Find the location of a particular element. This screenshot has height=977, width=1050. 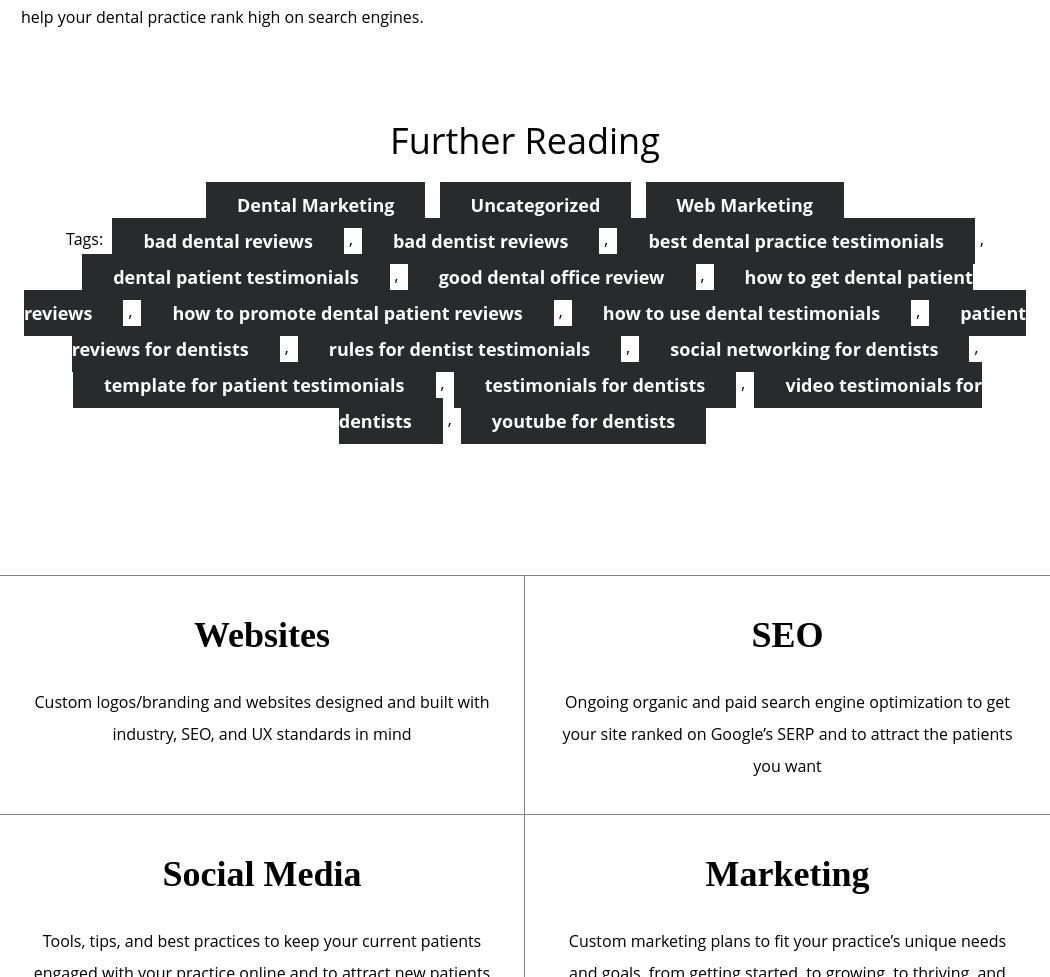

'Dental Marketing' is located at coordinates (315, 203).